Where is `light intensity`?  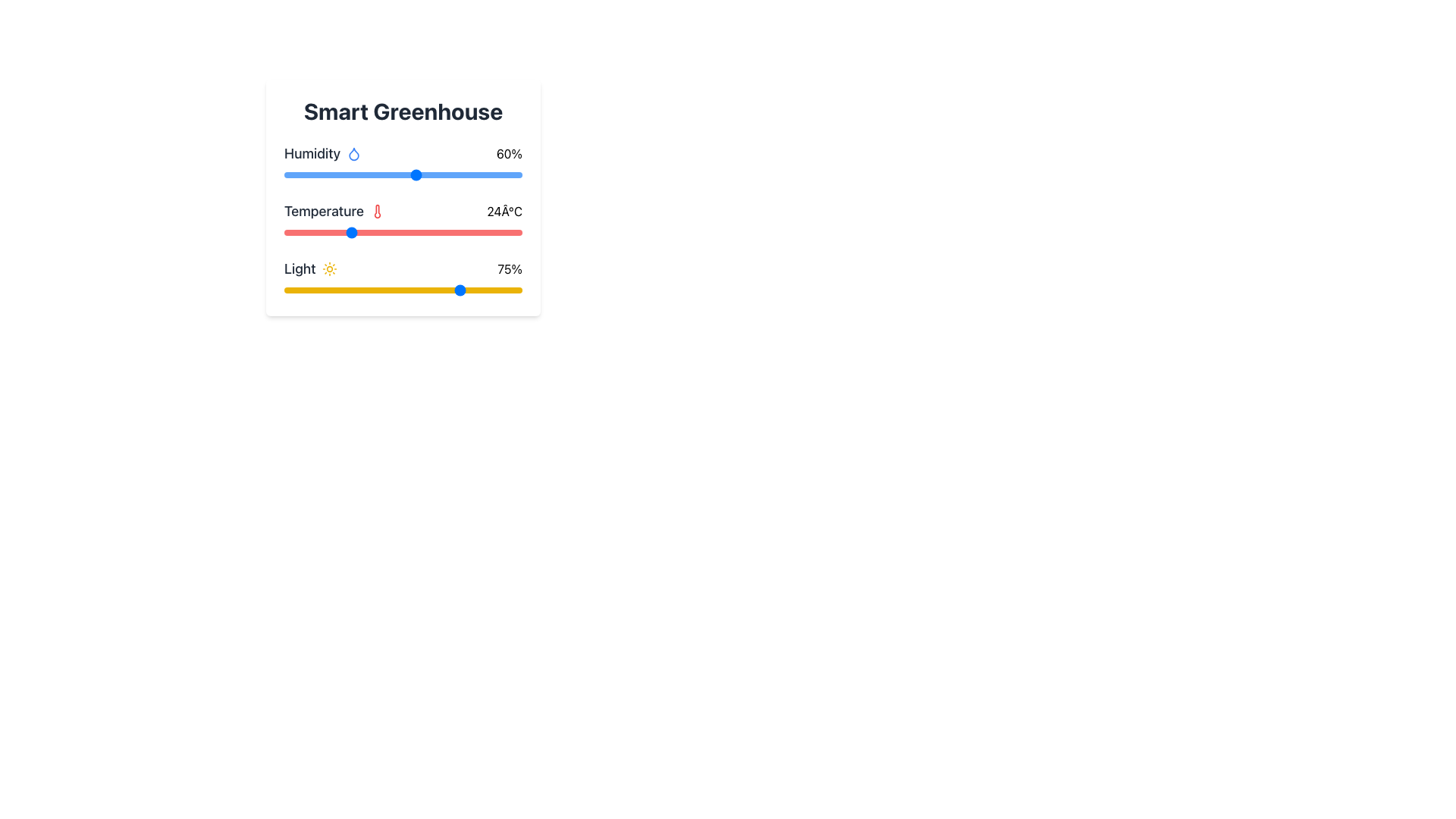
light intensity is located at coordinates (486, 290).